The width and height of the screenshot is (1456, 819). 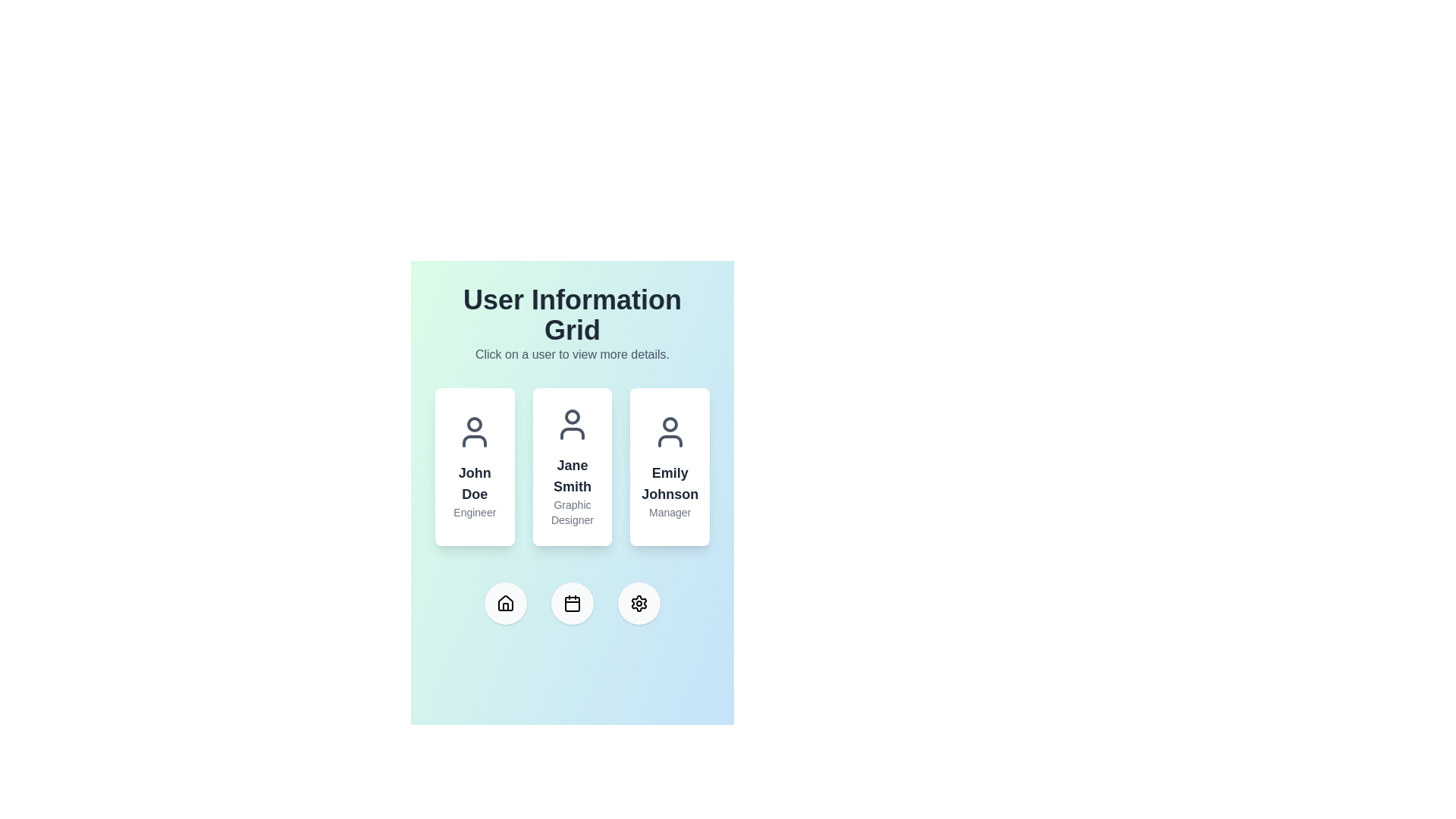 I want to click on text label for user identification located in the first user profile card, which is positioned above the 'Engineer' text element, so click(x=474, y=483).